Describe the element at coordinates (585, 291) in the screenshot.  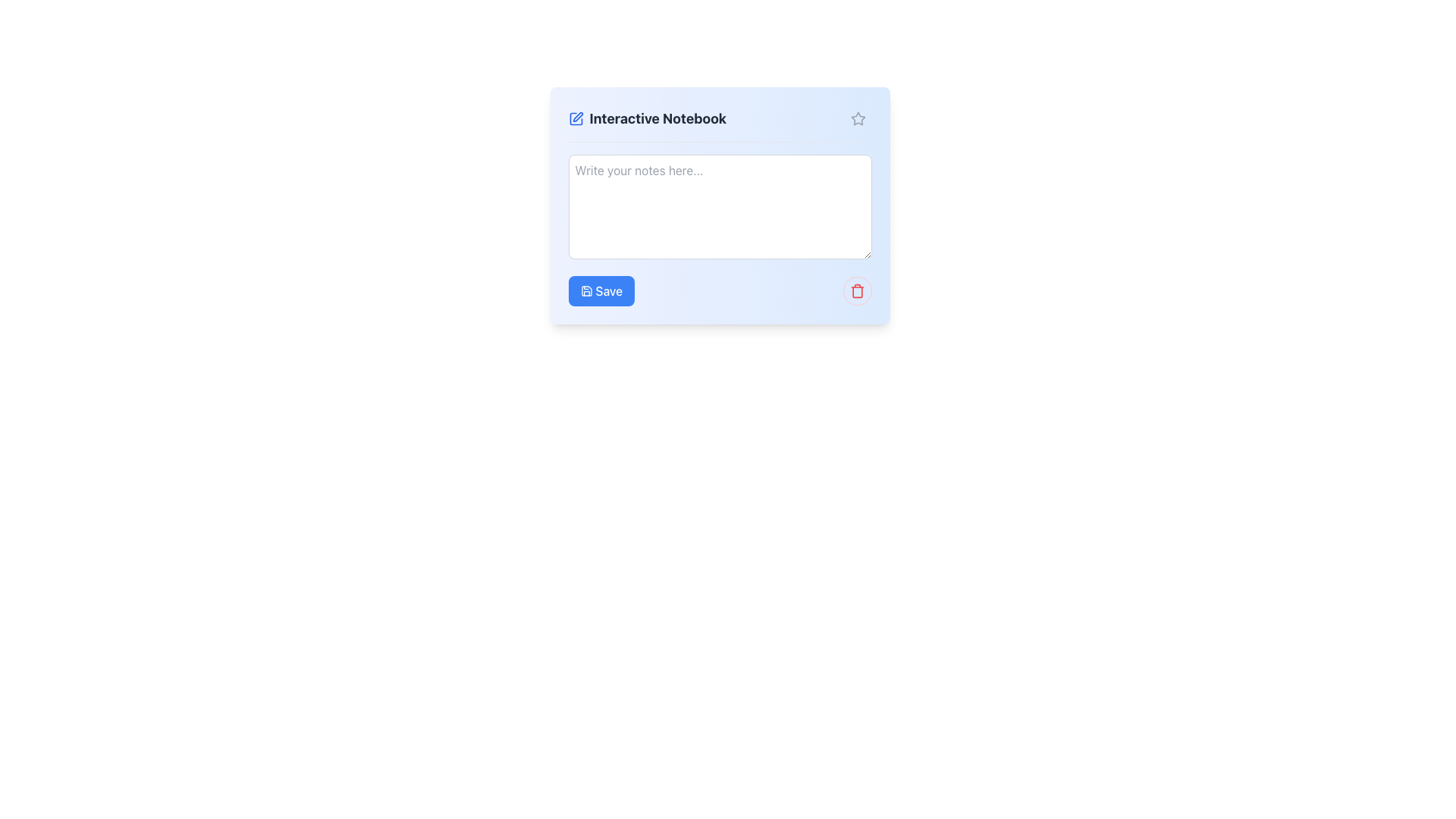
I see `the save icon located within the blue rectangular button labeled 'Save' at the bottom-left corner of the interactive notebook interface` at that location.